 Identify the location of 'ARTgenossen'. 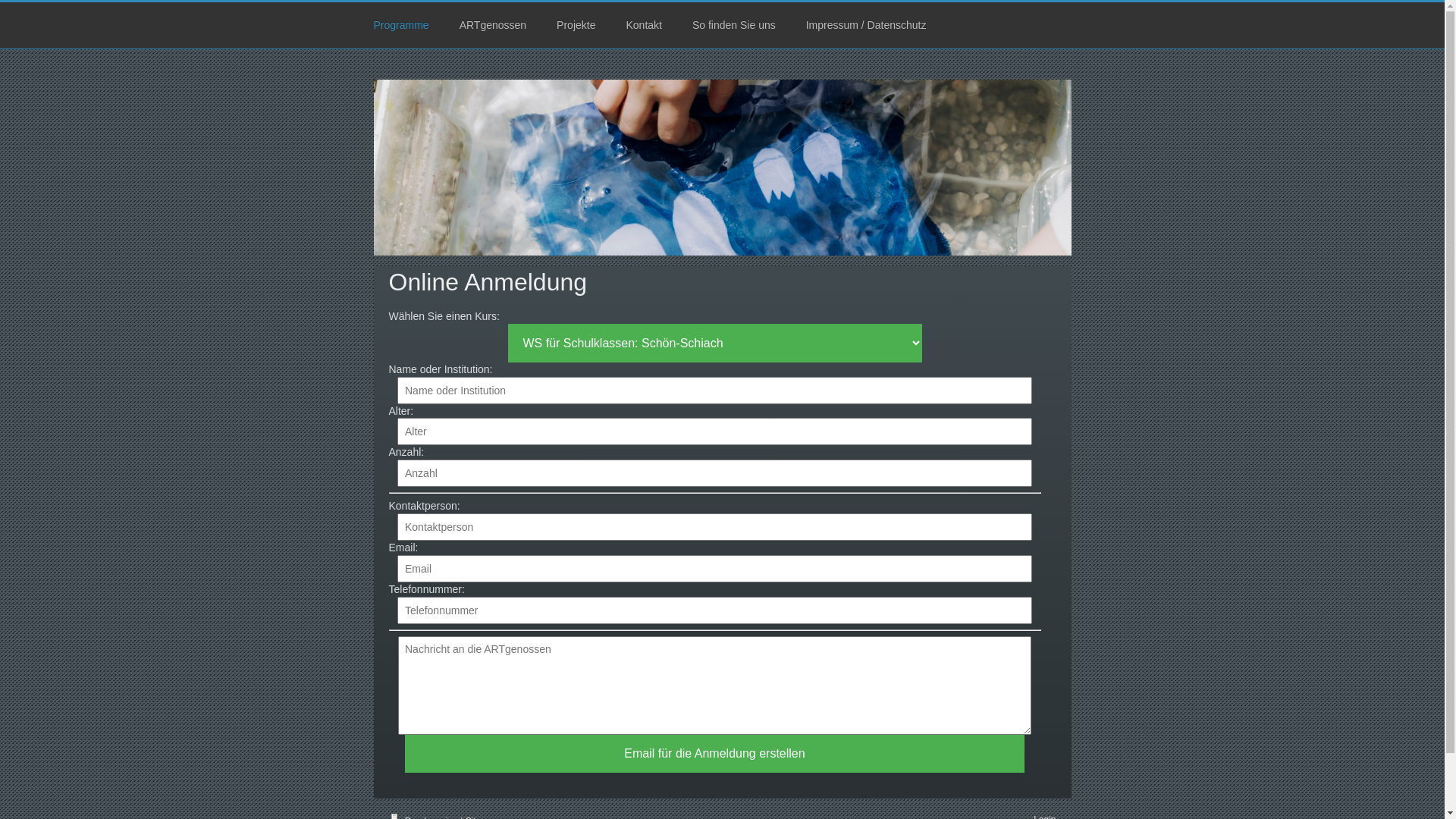
(492, 25).